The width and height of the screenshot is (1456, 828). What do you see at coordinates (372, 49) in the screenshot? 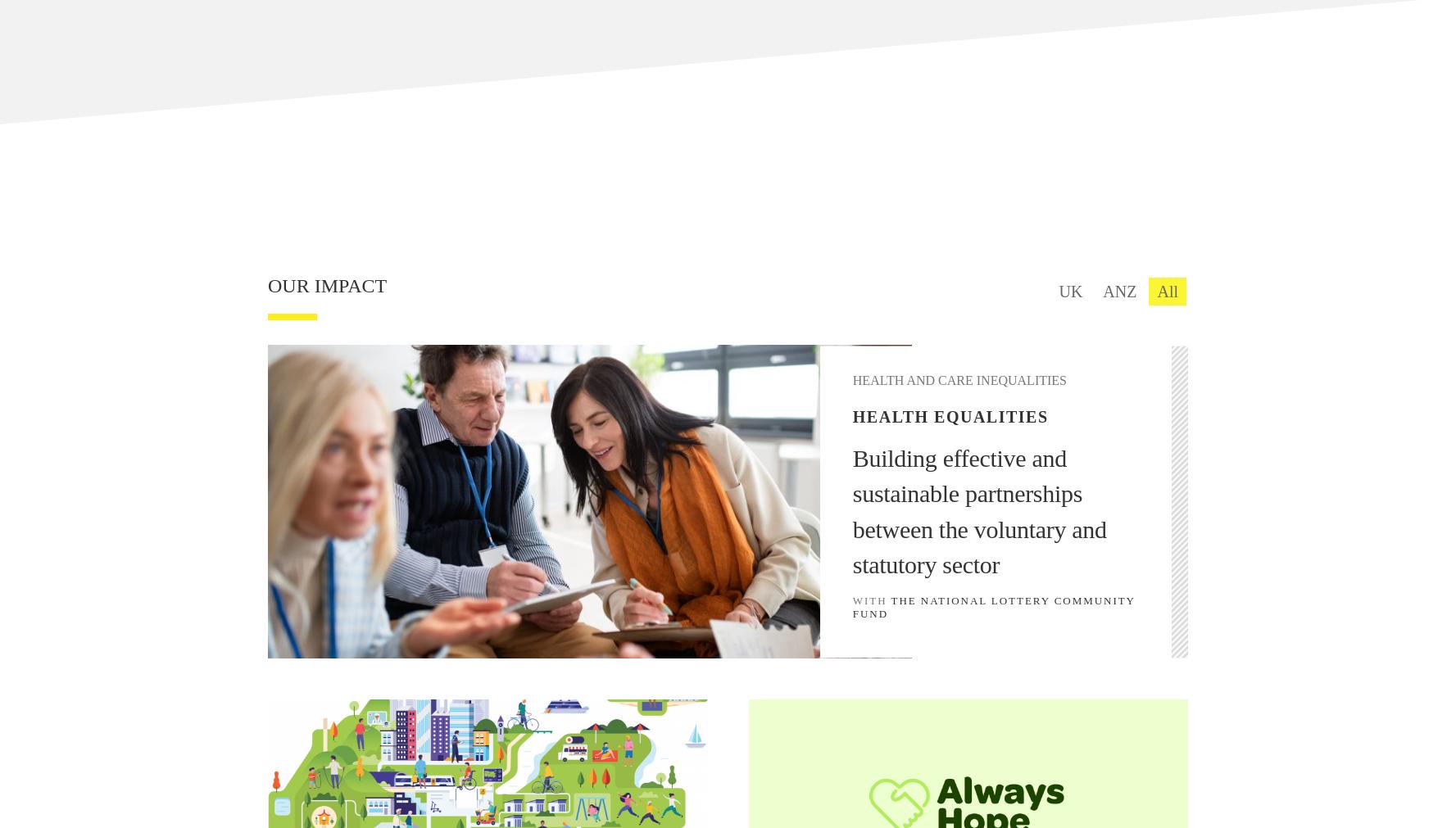
I see `'We help local systems to adopt and adapt innovations that have been successful elsewhere, by helping them understand where fidelity is essential, and where things need to flex to fit a new context.'` at bounding box center [372, 49].